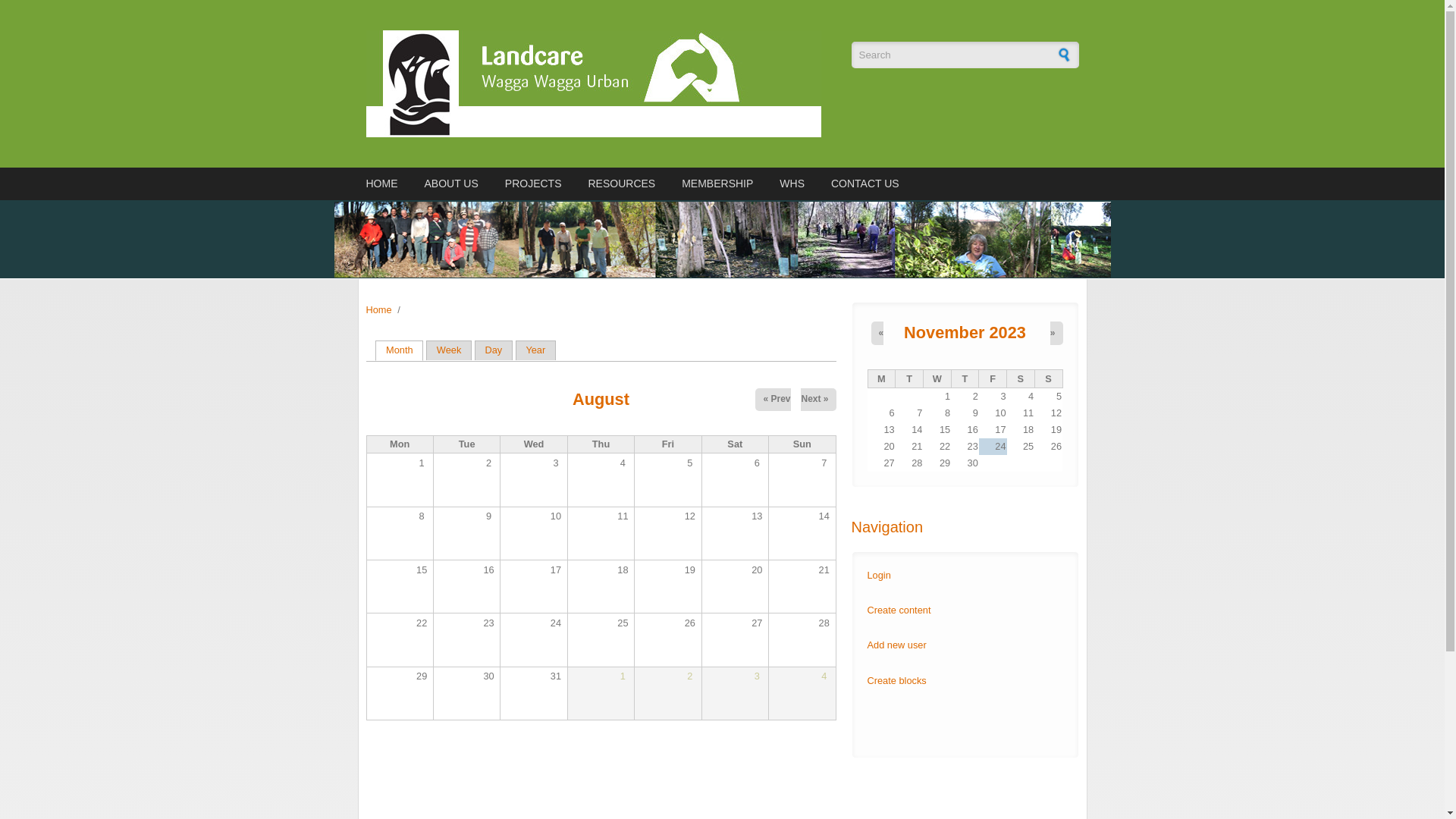  I want to click on 'November 2023', so click(903, 331).